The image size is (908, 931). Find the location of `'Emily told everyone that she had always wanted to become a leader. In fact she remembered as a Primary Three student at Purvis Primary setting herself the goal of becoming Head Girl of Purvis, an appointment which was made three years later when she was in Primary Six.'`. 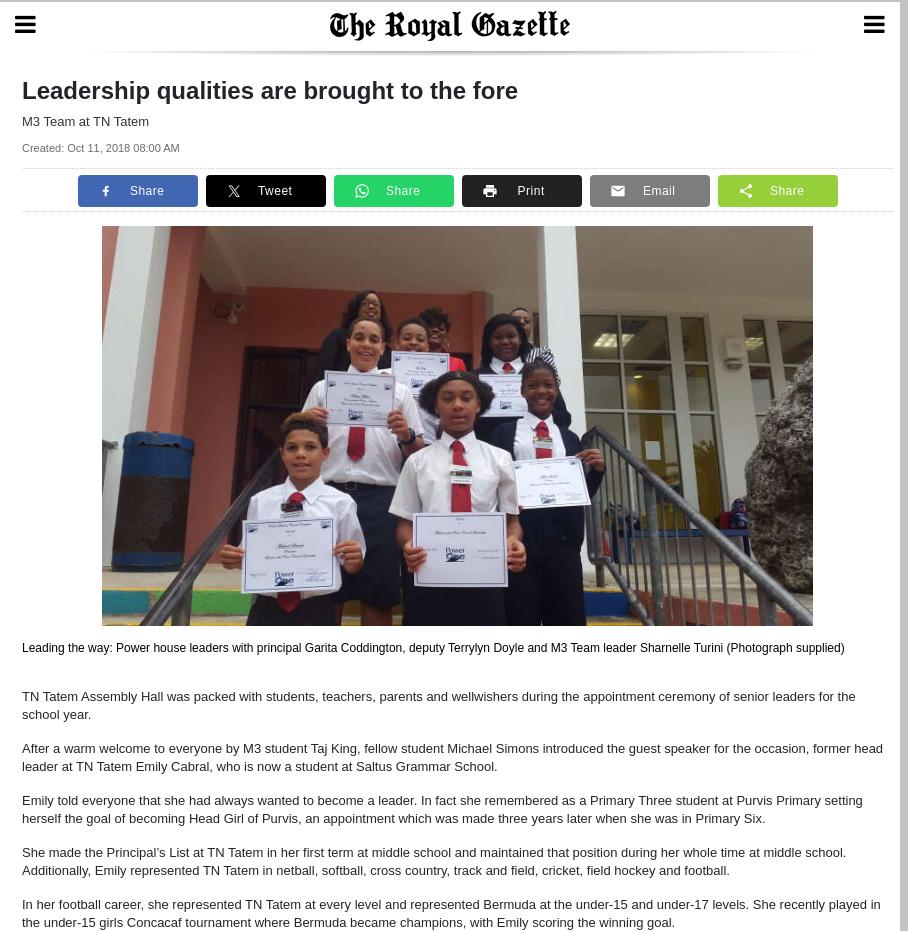

'Emily told everyone that she had always wanted to become a leader. In fact she remembered as a Primary Three student at Purvis Primary setting herself the goal of becoming Head Girl of Purvis, an appointment which was made three years later when she was in Primary Six.' is located at coordinates (442, 807).